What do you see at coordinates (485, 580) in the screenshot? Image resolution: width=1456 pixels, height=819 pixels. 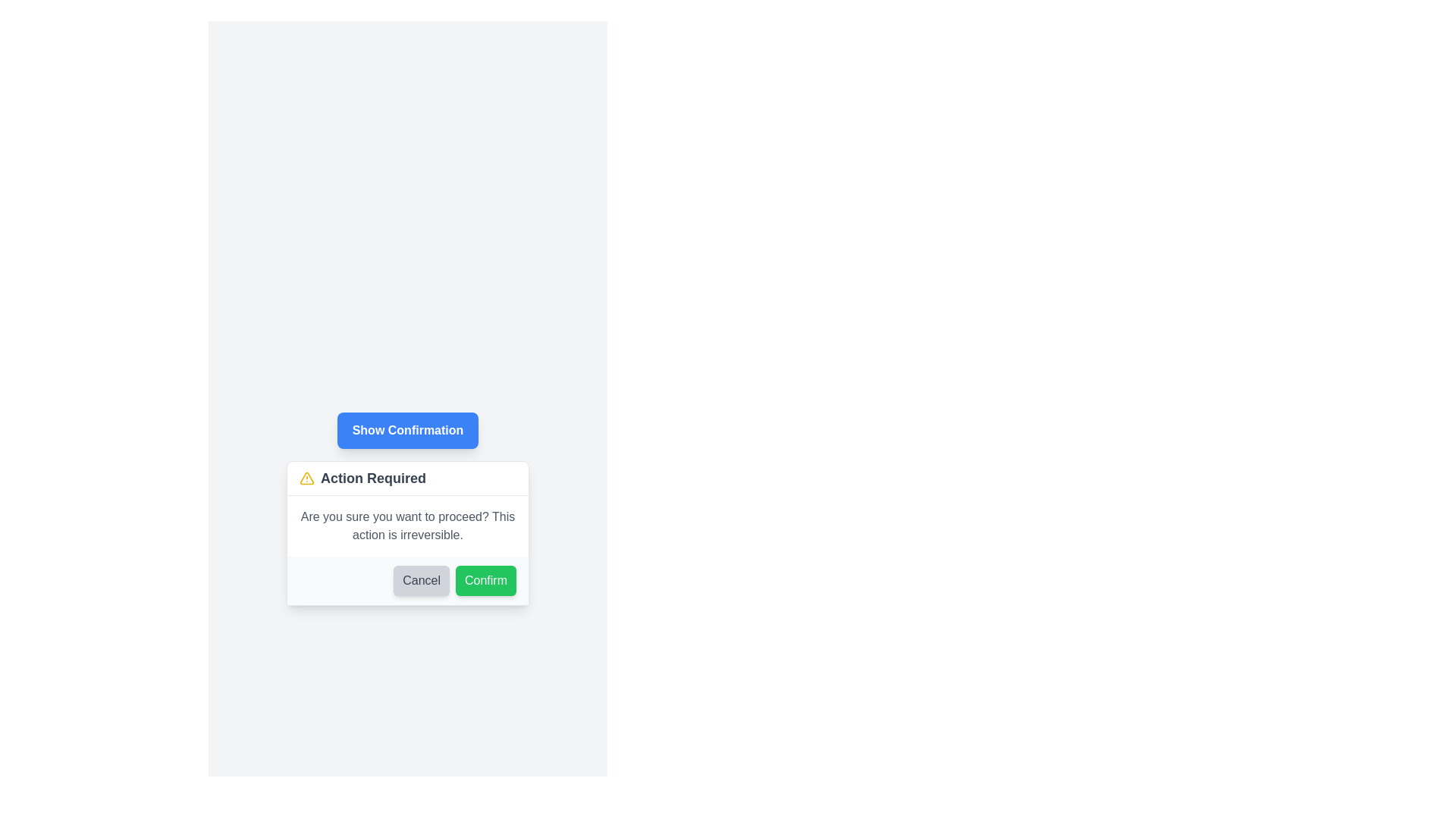 I see `the 'Confirm' button with a green background and white text located at the bottom-right corner of the modal dialog box to change its shade` at bounding box center [485, 580].